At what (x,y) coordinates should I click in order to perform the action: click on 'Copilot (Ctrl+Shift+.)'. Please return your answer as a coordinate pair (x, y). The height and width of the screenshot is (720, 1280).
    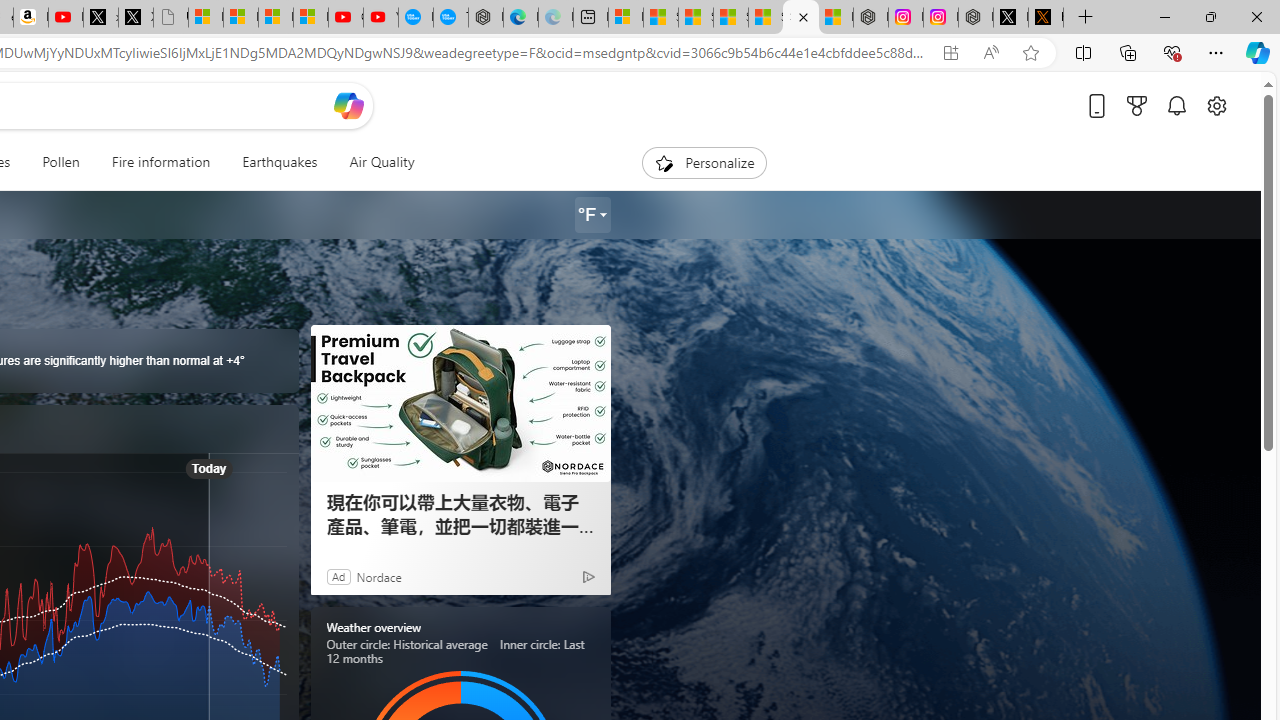
    Looking at the image, I should click on (1257, 51).